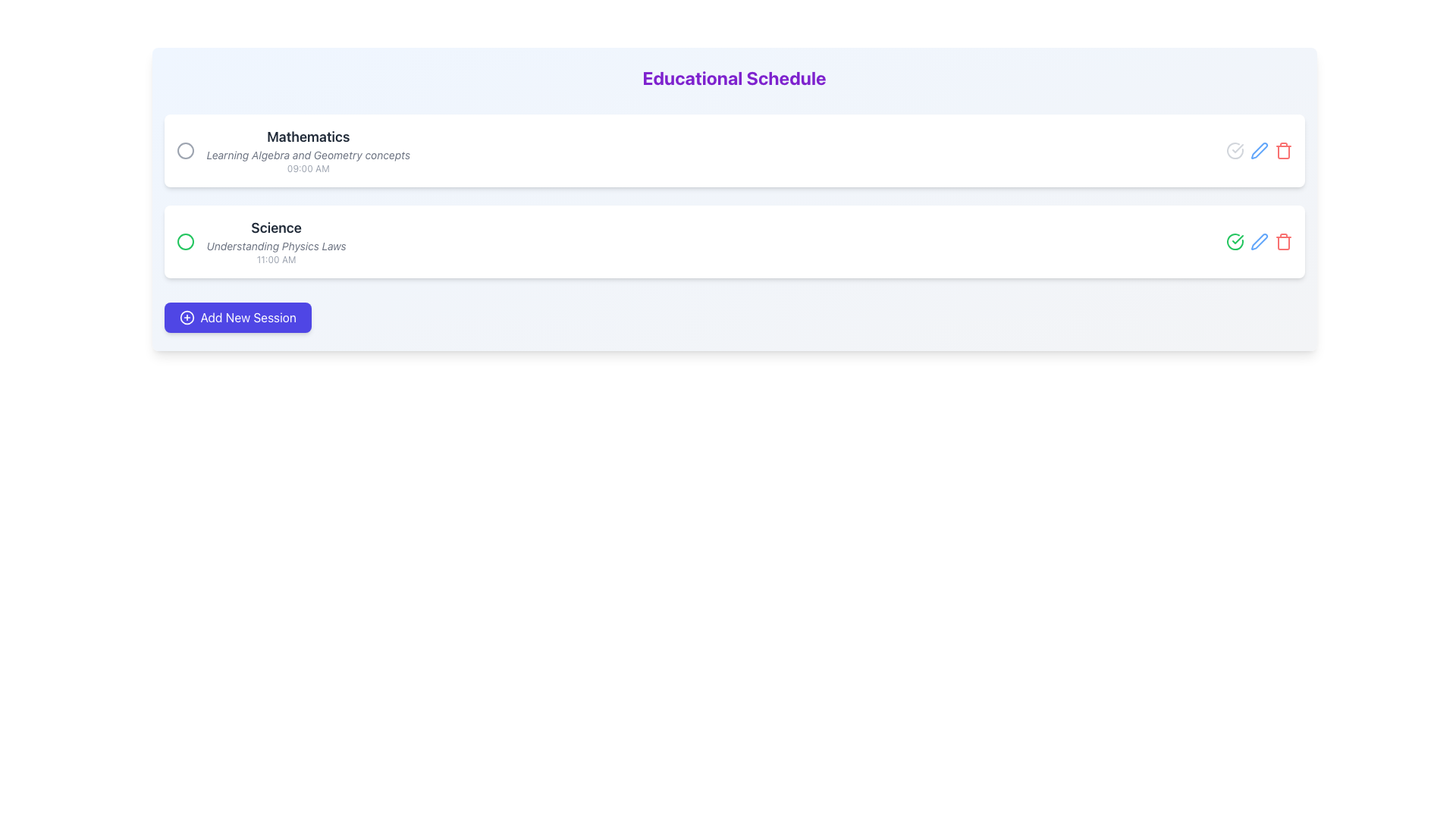 Image resolution: width=1456 pixels, height=819 pixels. I want to click on the text block containing 'Science', 'Understanding Physics Laws', and the timestamp '11:00 AM', located in the center of the second row of sessions, so click(276, 241).